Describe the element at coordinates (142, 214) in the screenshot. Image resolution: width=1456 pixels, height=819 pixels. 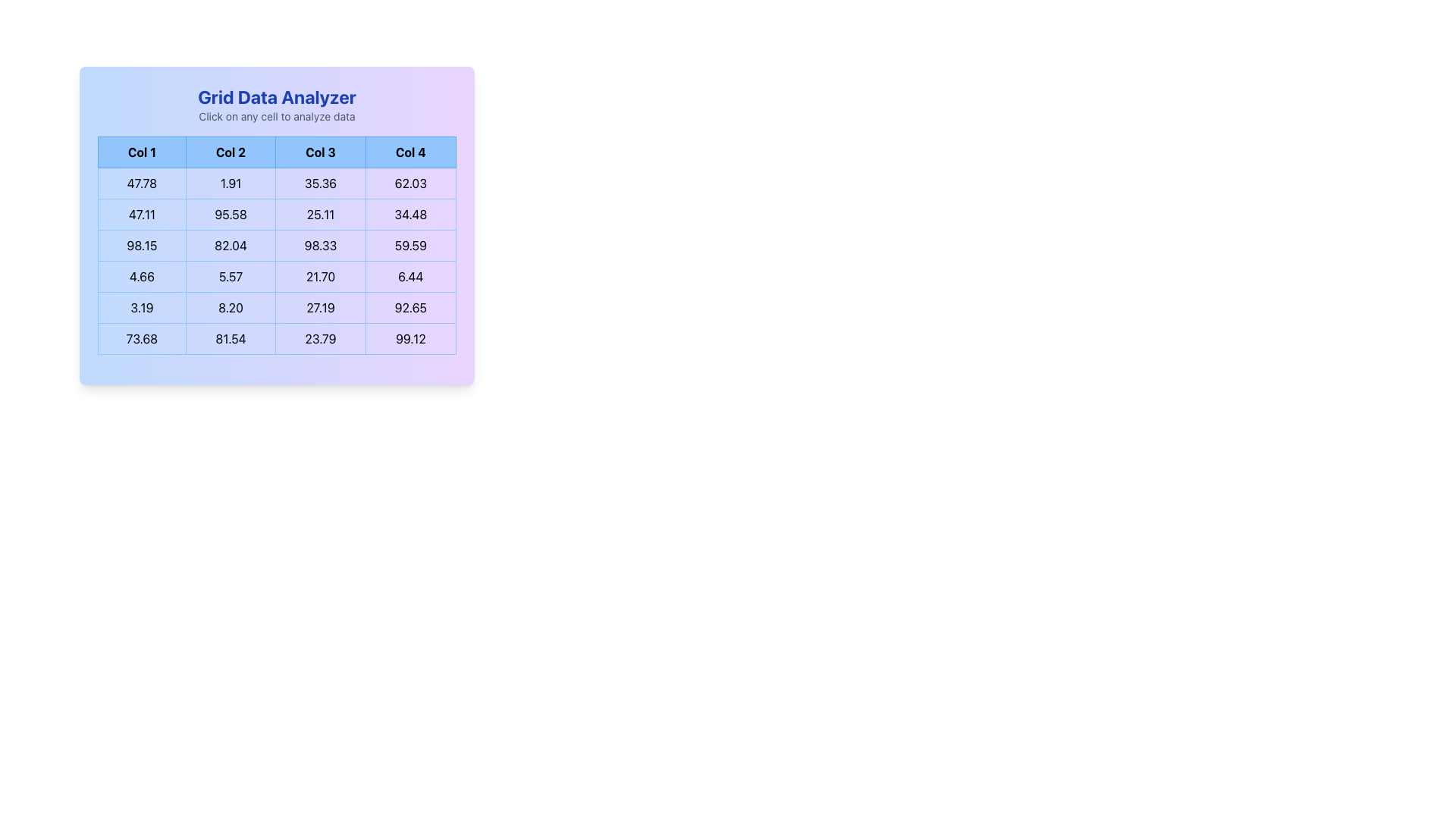
I see `the Table Cell displaying the numeric value '47.11' located in the second row under 'Col 1' of the grid-like table` at that location.